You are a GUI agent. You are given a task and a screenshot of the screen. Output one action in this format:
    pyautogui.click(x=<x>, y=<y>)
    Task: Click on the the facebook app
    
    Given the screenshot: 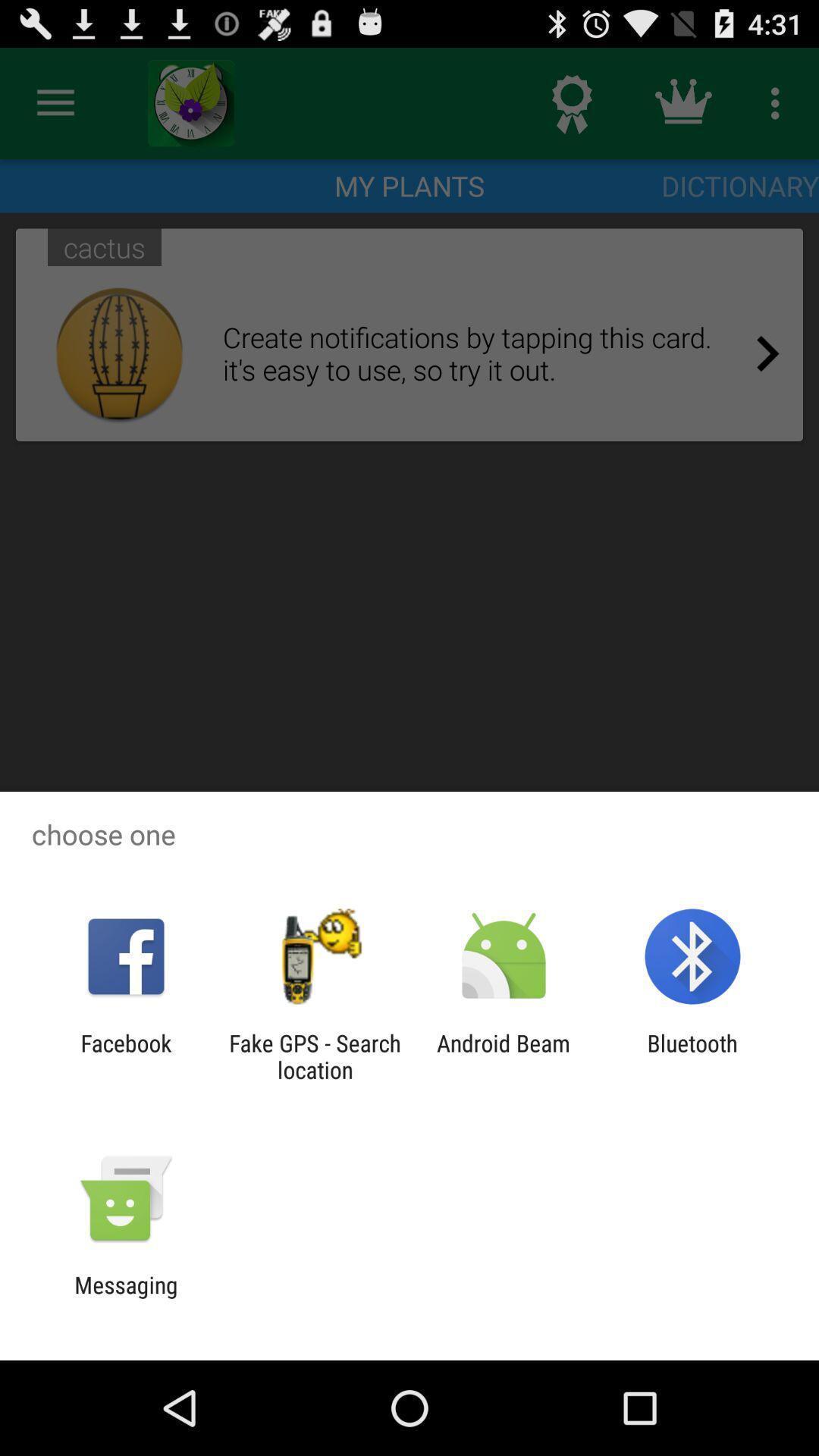 What is the action you would take?
    pyautogui.click(x=125, y=1056)
    